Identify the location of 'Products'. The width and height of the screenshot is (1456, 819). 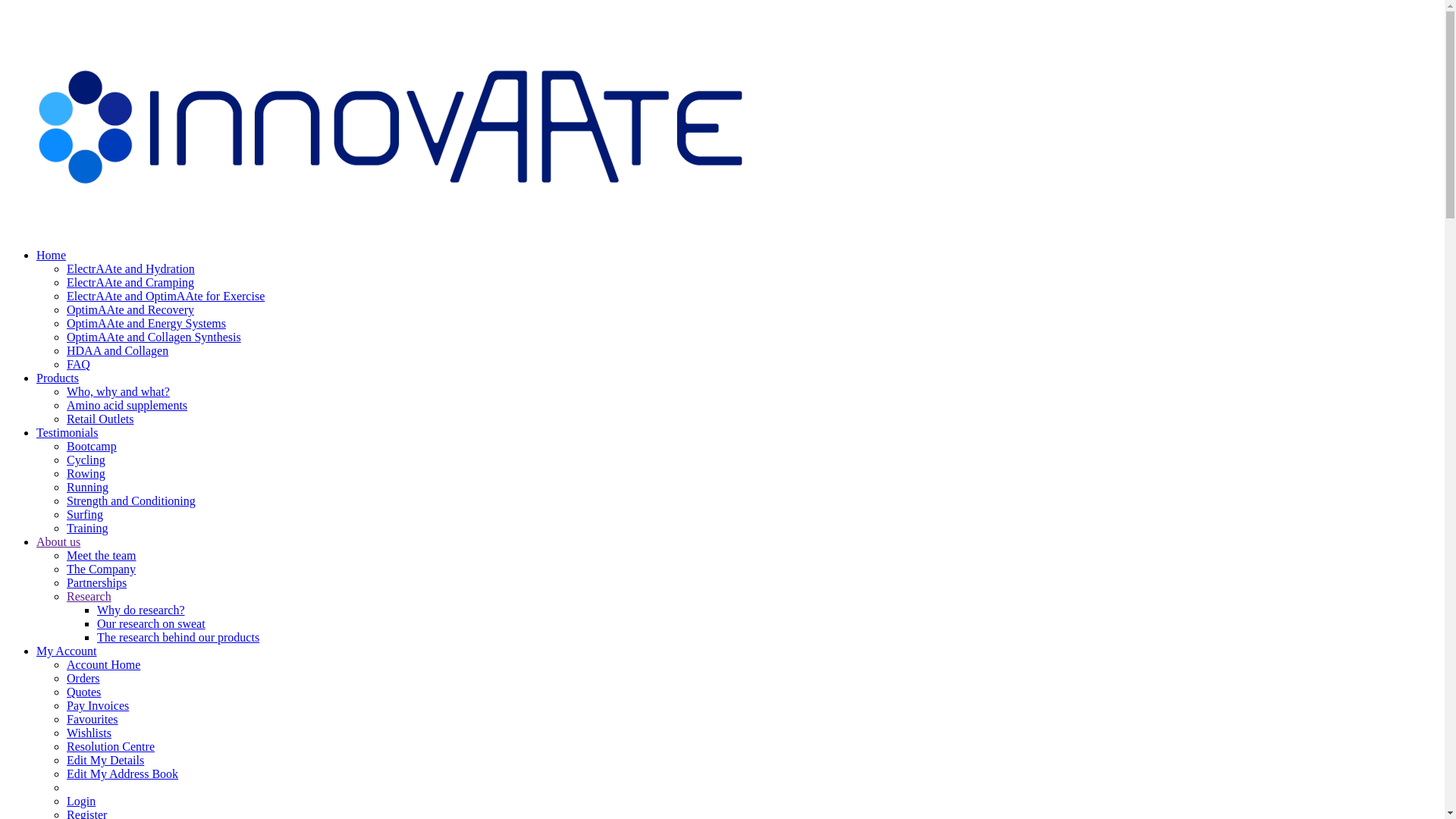
(58, 377).